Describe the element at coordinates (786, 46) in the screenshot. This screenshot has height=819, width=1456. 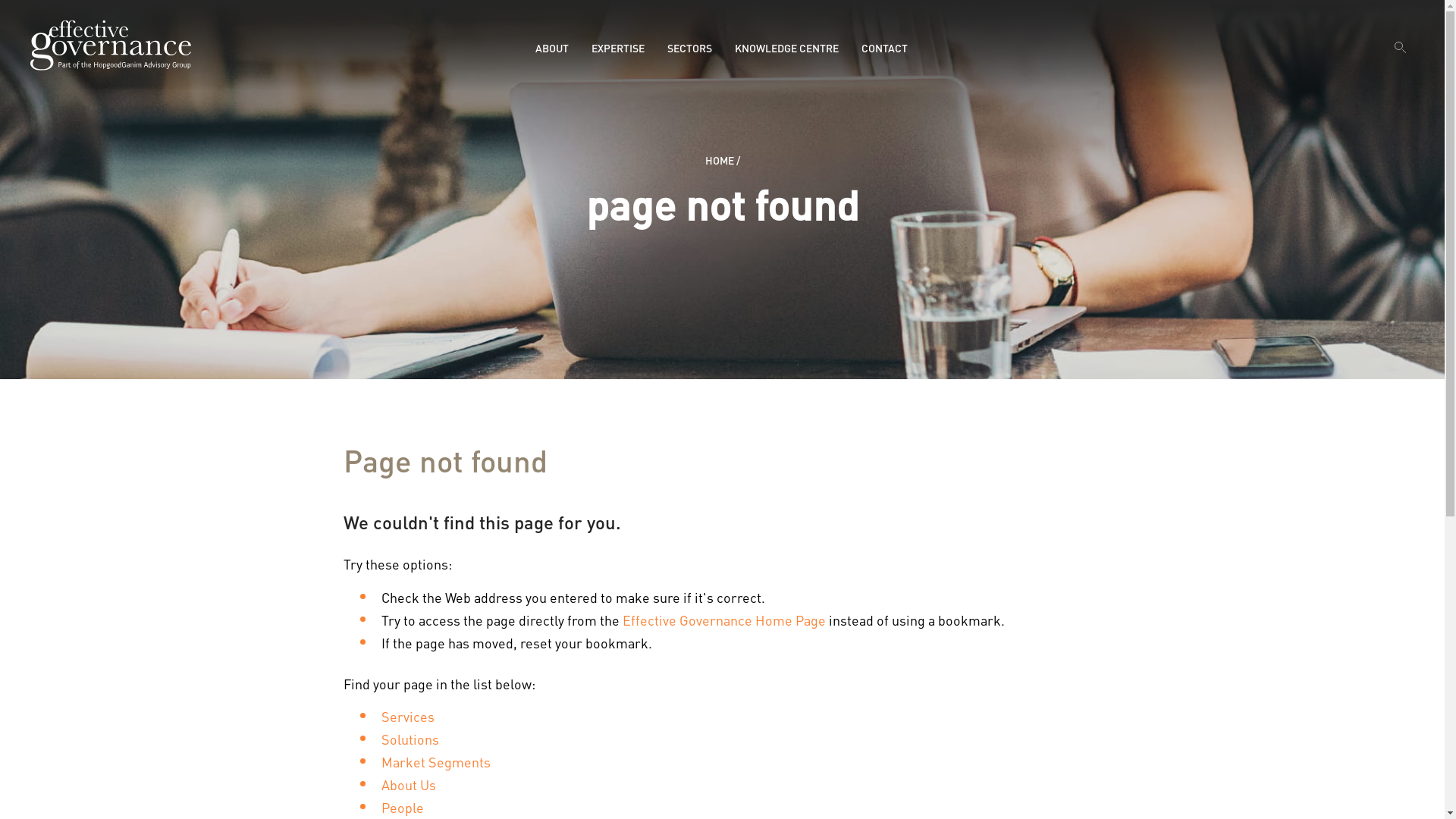
I see `'KNOWLEDGE CENTRE'` at that location.